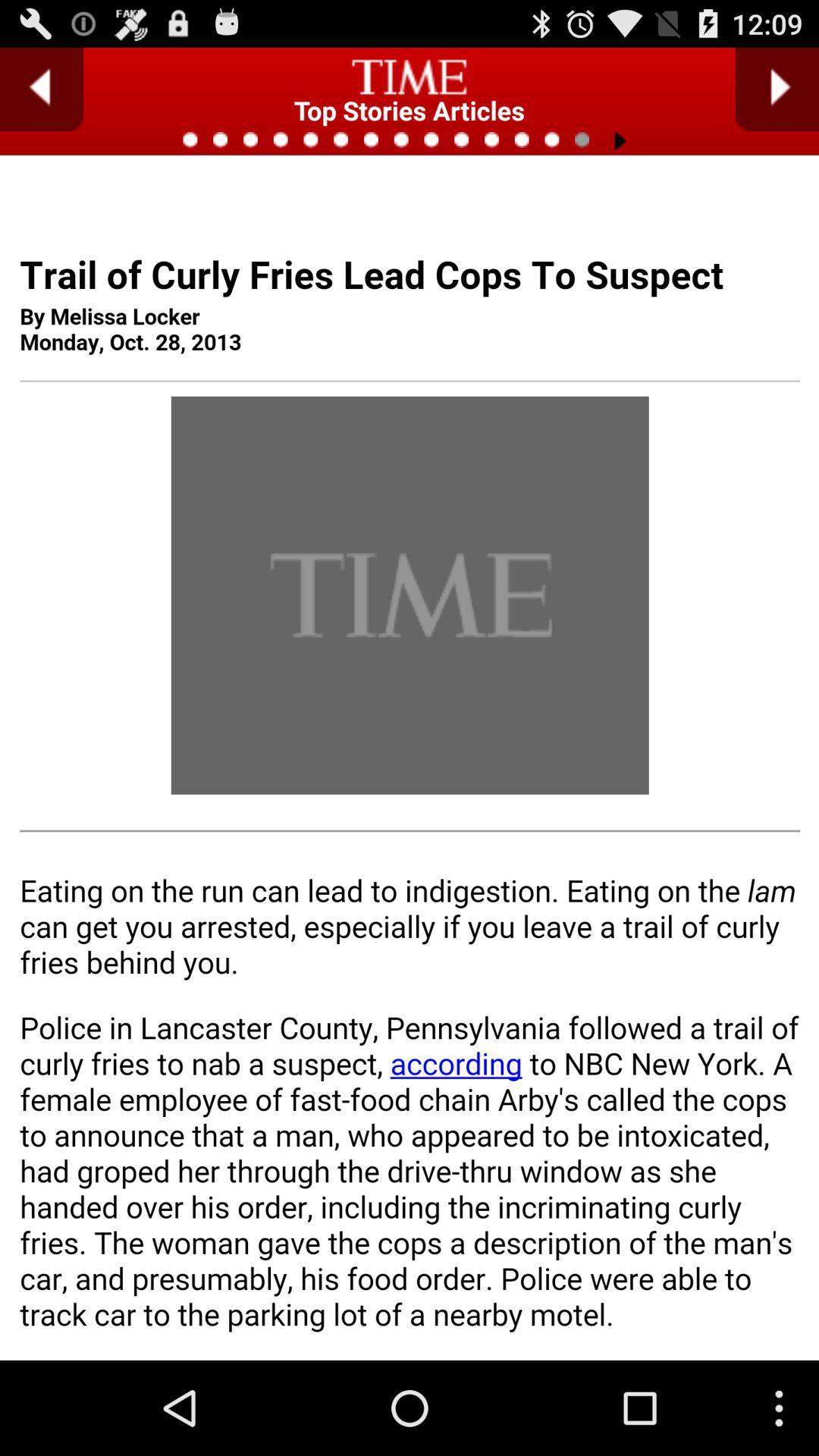 The width and height of the screenshot is (819, 1456). Describe the element at coordinates (777, 89) in the screenshot. I see `next bage` at that location.